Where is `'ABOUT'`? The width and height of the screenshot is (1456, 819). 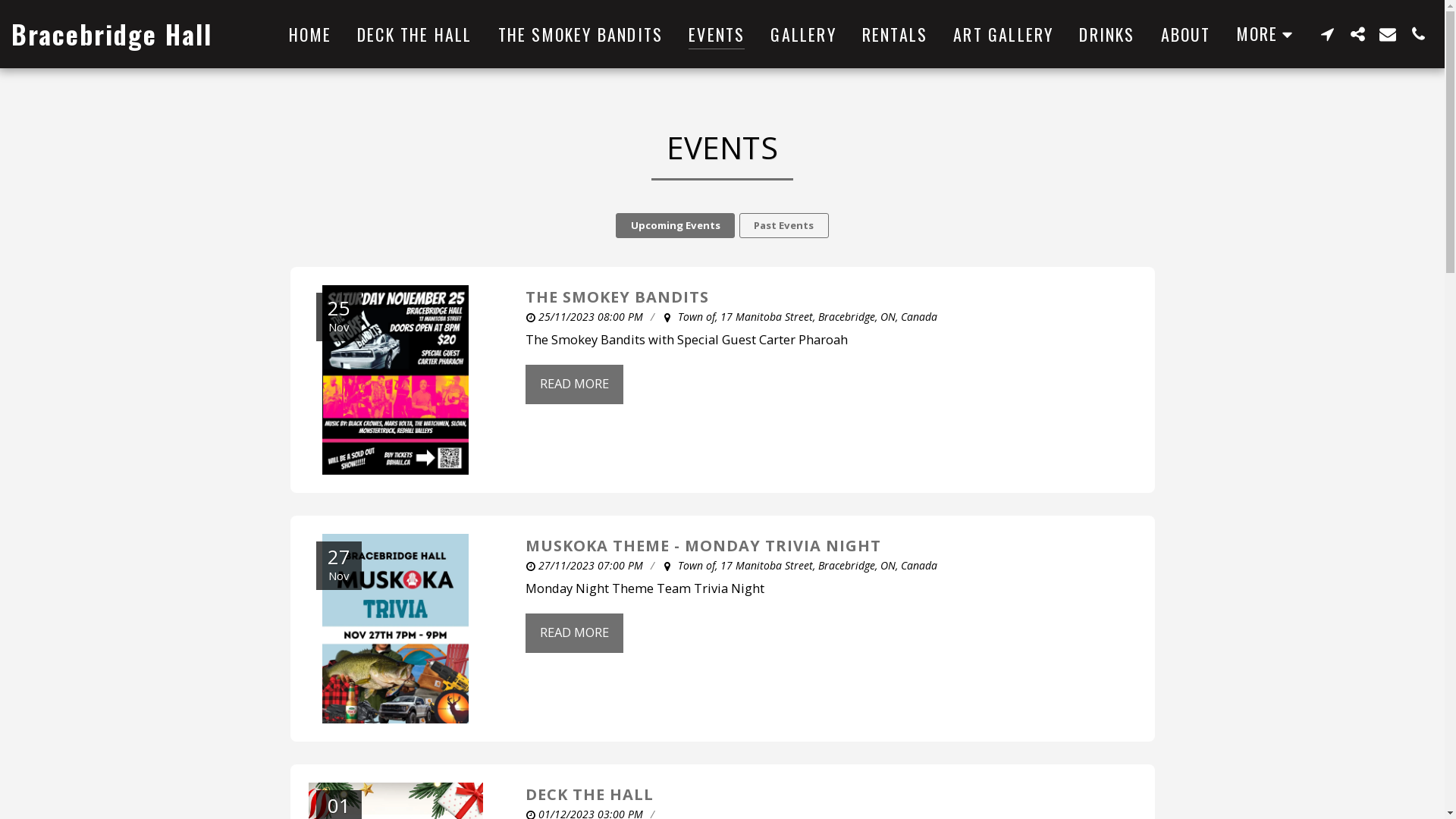 'ABOUT' is located at coordinates (1185, 34).